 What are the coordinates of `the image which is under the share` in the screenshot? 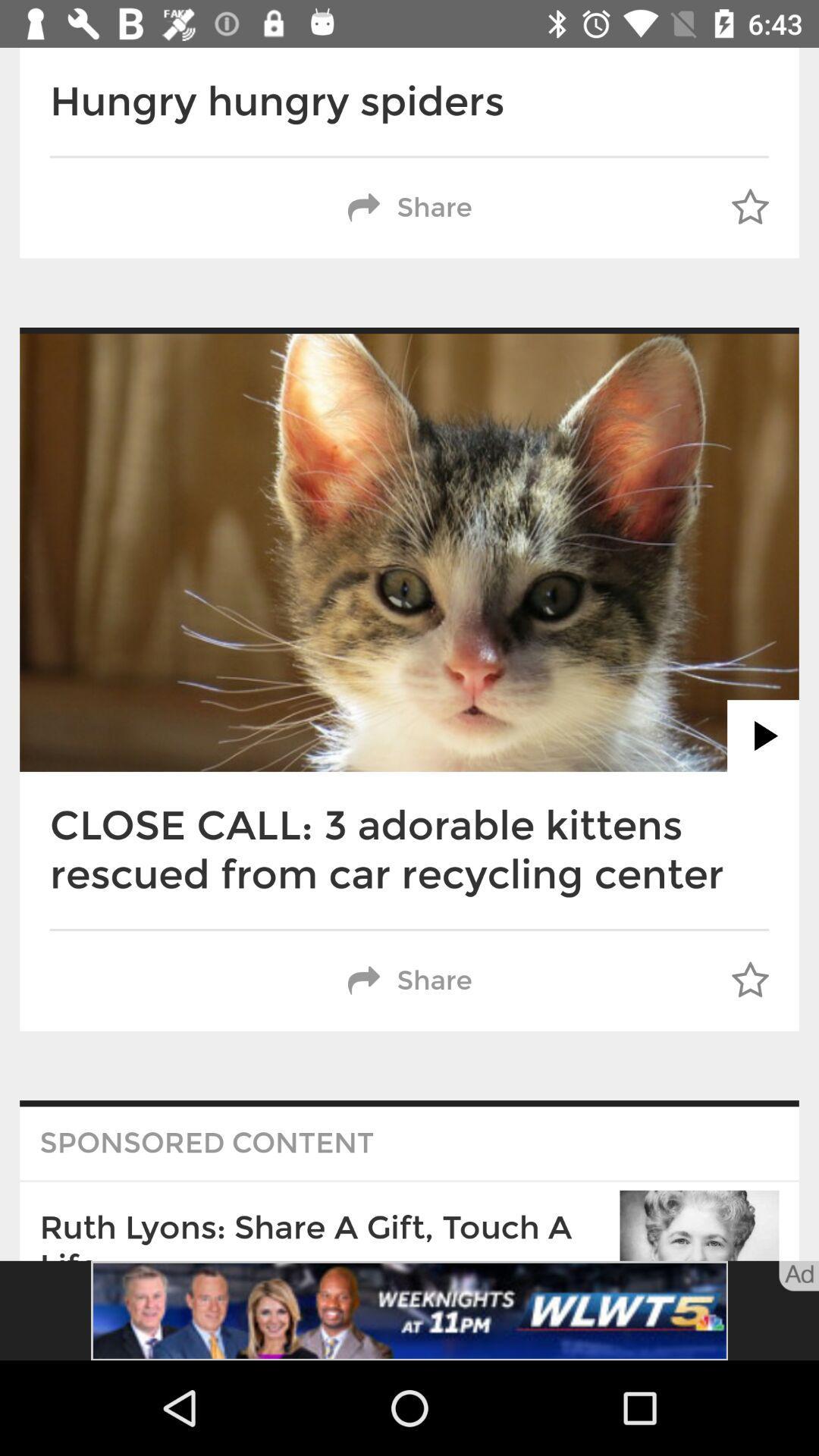 It's located at (409, 552).